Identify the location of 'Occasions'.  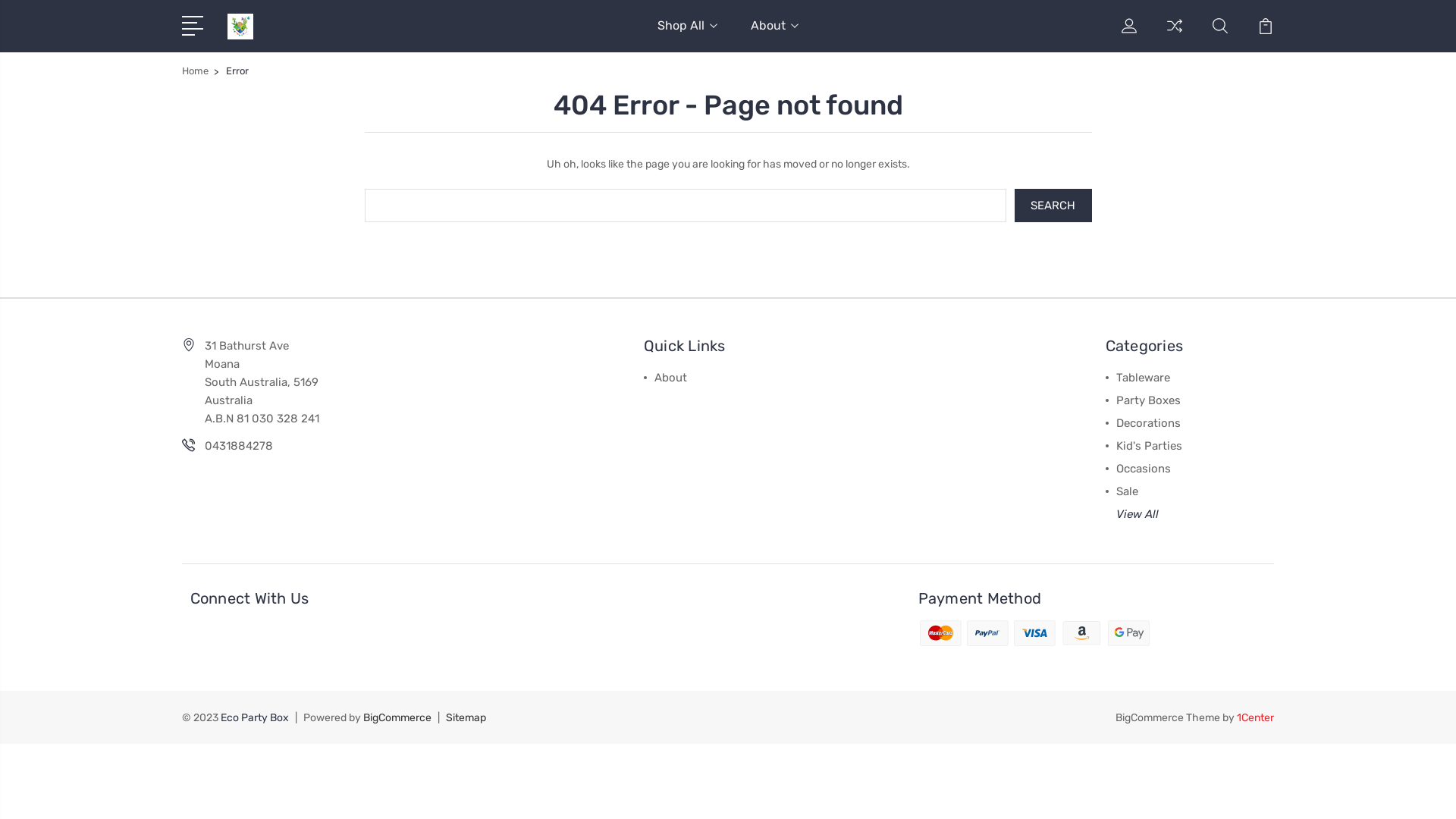
(1143, 467).